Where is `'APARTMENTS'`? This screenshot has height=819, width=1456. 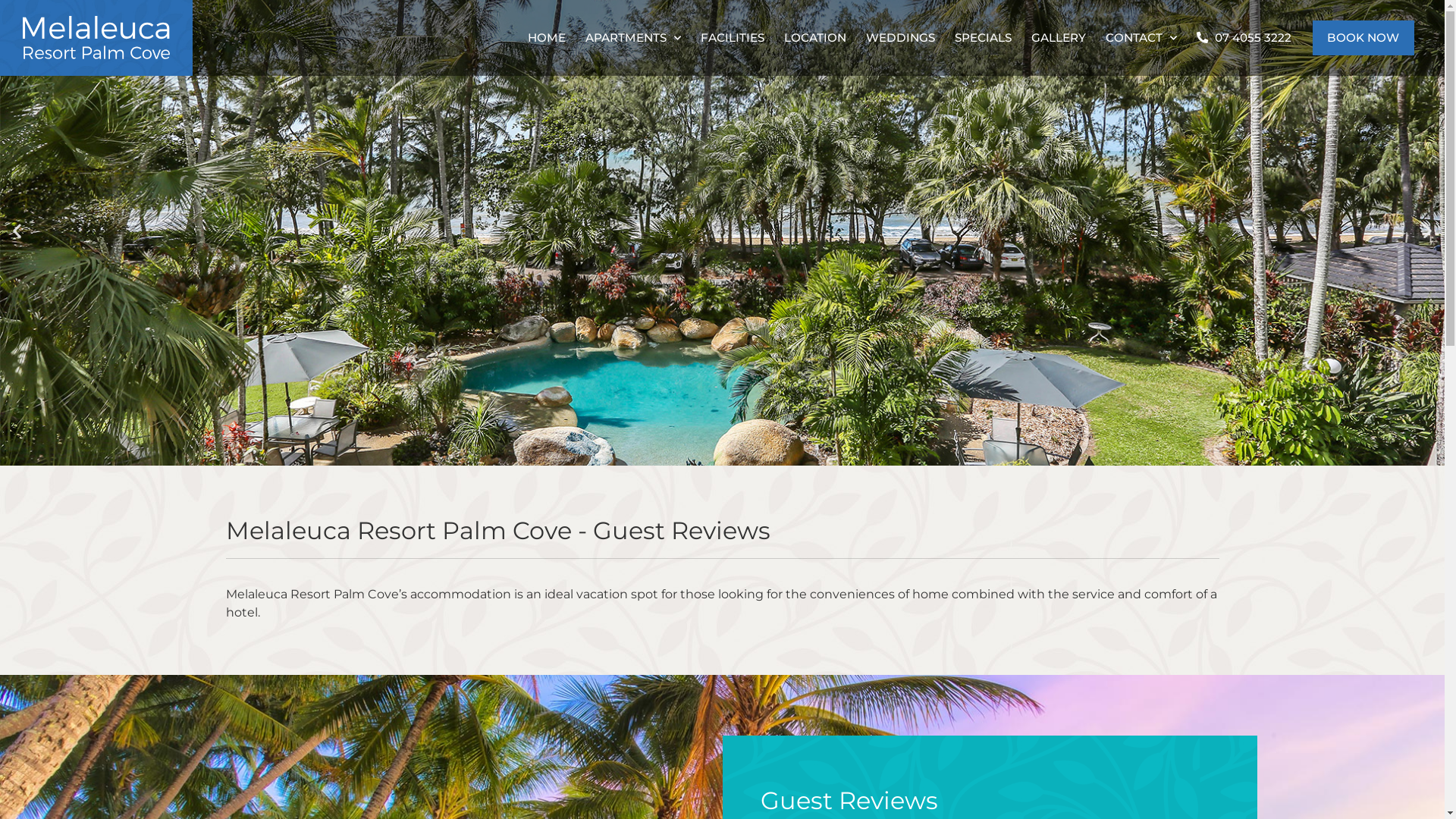 'APARTMENTS' is located at coordinates (632, 37).